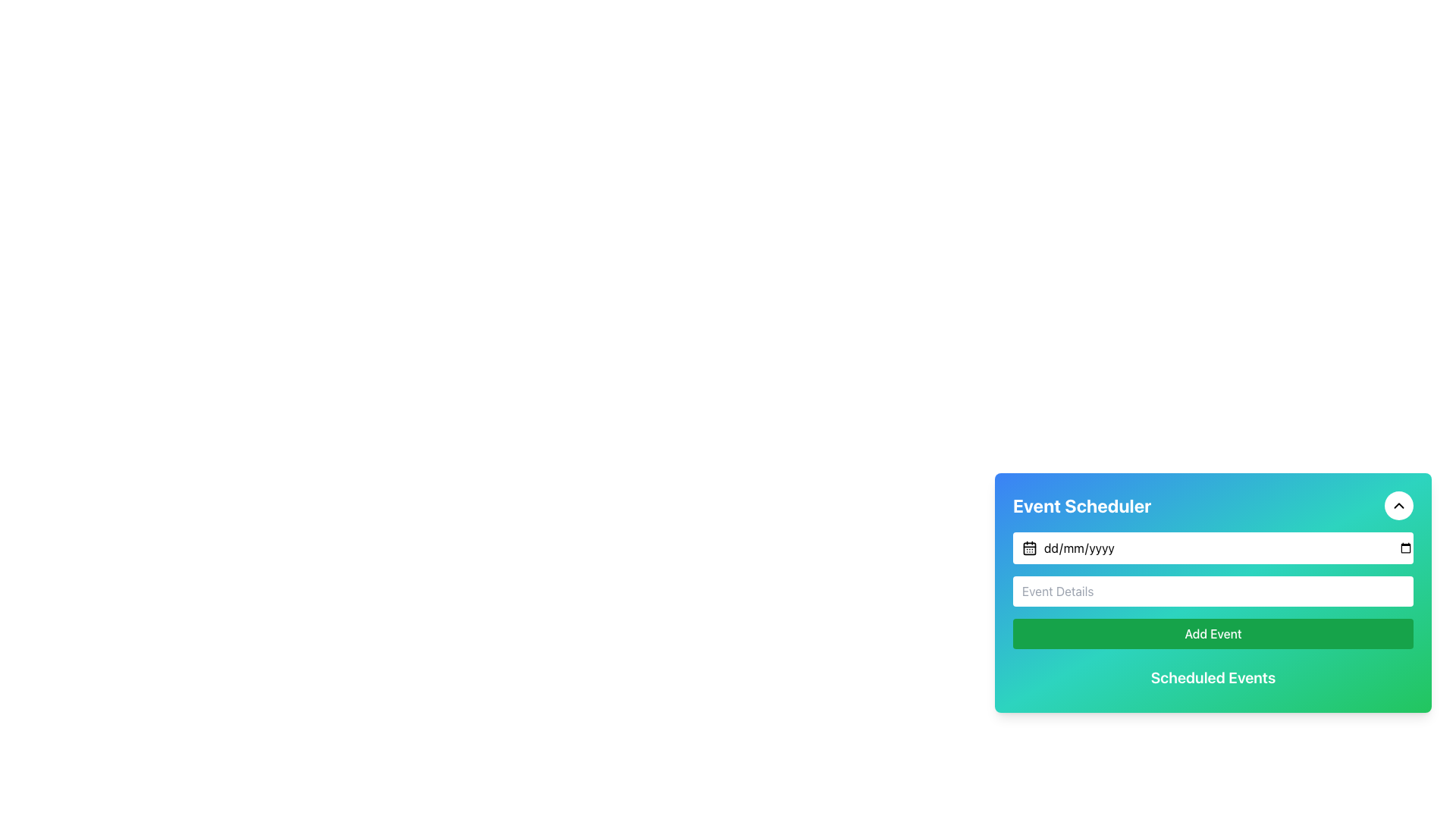 This screenshot has width=1456, height=819. What do you see at coordinates (1398, 506) in the screenshot?
I see `the circular button with a white background and a black chevron pointing up, located in the top-right corner of the 'Event Scheduler' panel` at bounding box center [1398, 506].